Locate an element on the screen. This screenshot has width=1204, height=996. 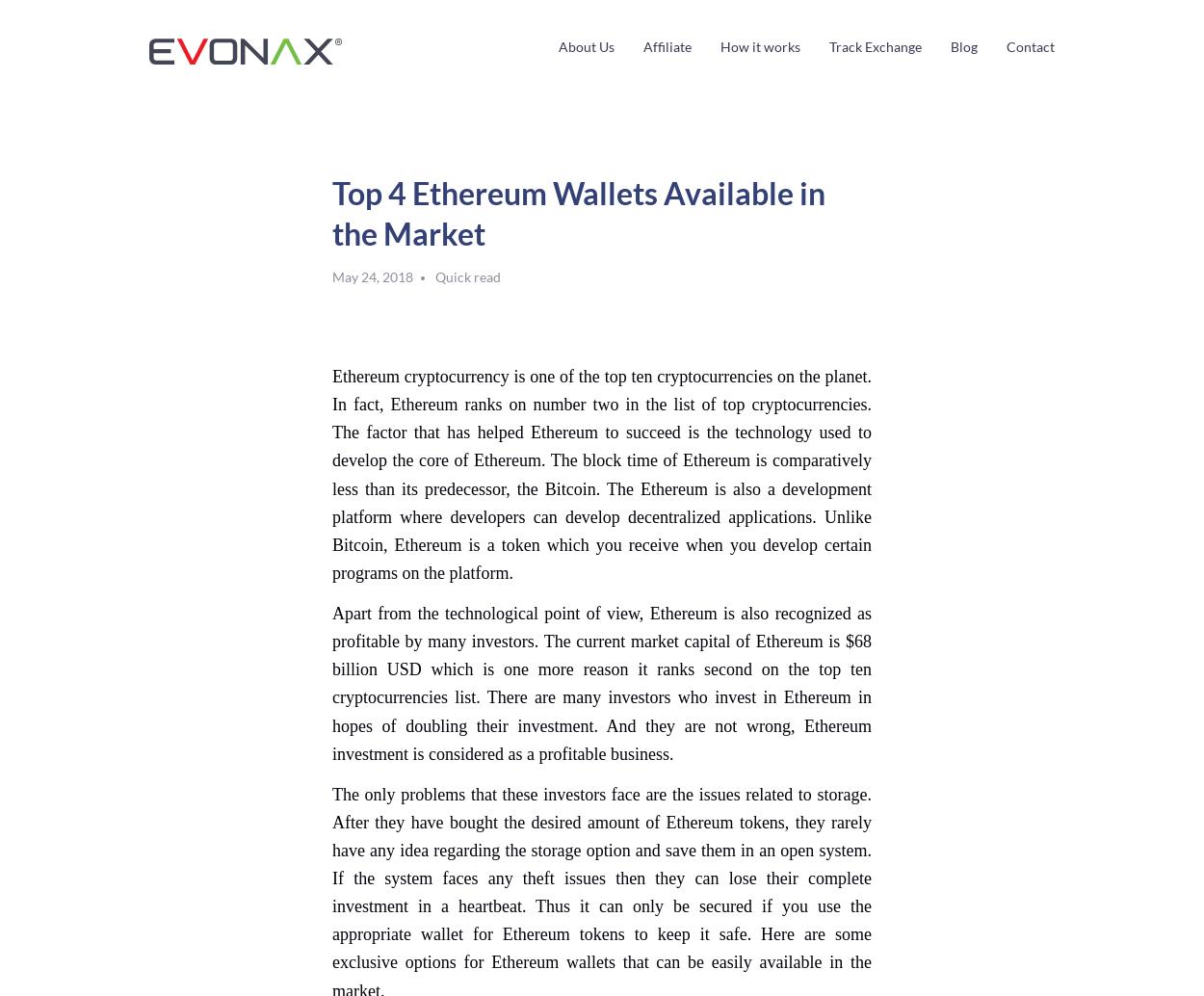
'Ethereum cryptocurrency is one of the top ten cryptocurrencies on the planet. In fact, Ethereum ranks on number two in the list of top cryptocurrencies. The factor that has helped Ethereum to succeed is the technology used to develop the core of Ethereum. The block time of Ethereum is comparatively less than its predecessor, the Bitcoin. The Ethereum is also a development platform where developers can develop decentralized applications. Unlike Bitcoin, Ethereum is a token which you receive when you develop certain programs on the platform.' is located at coordinates (602, 473).